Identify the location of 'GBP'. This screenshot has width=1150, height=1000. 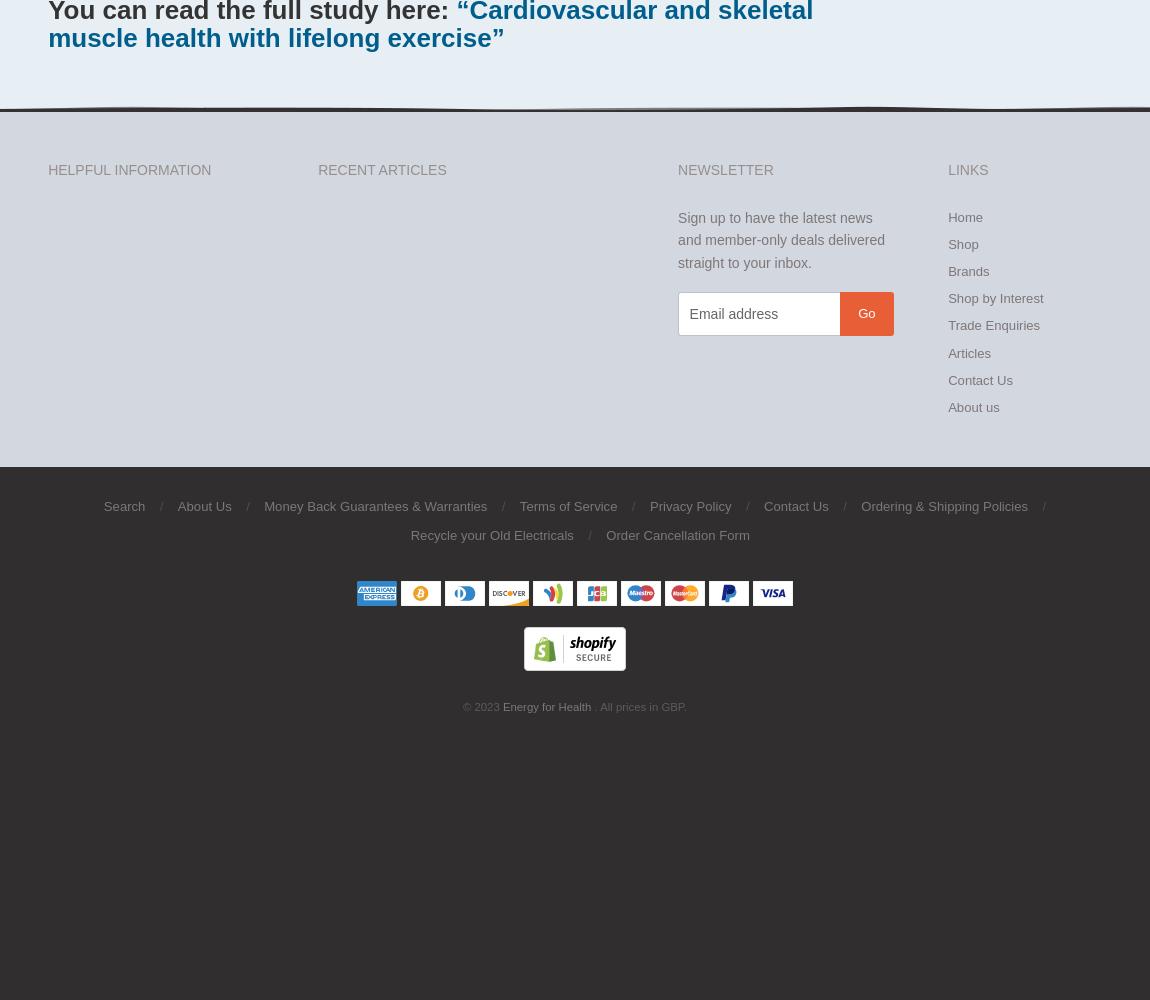
(670, 706).